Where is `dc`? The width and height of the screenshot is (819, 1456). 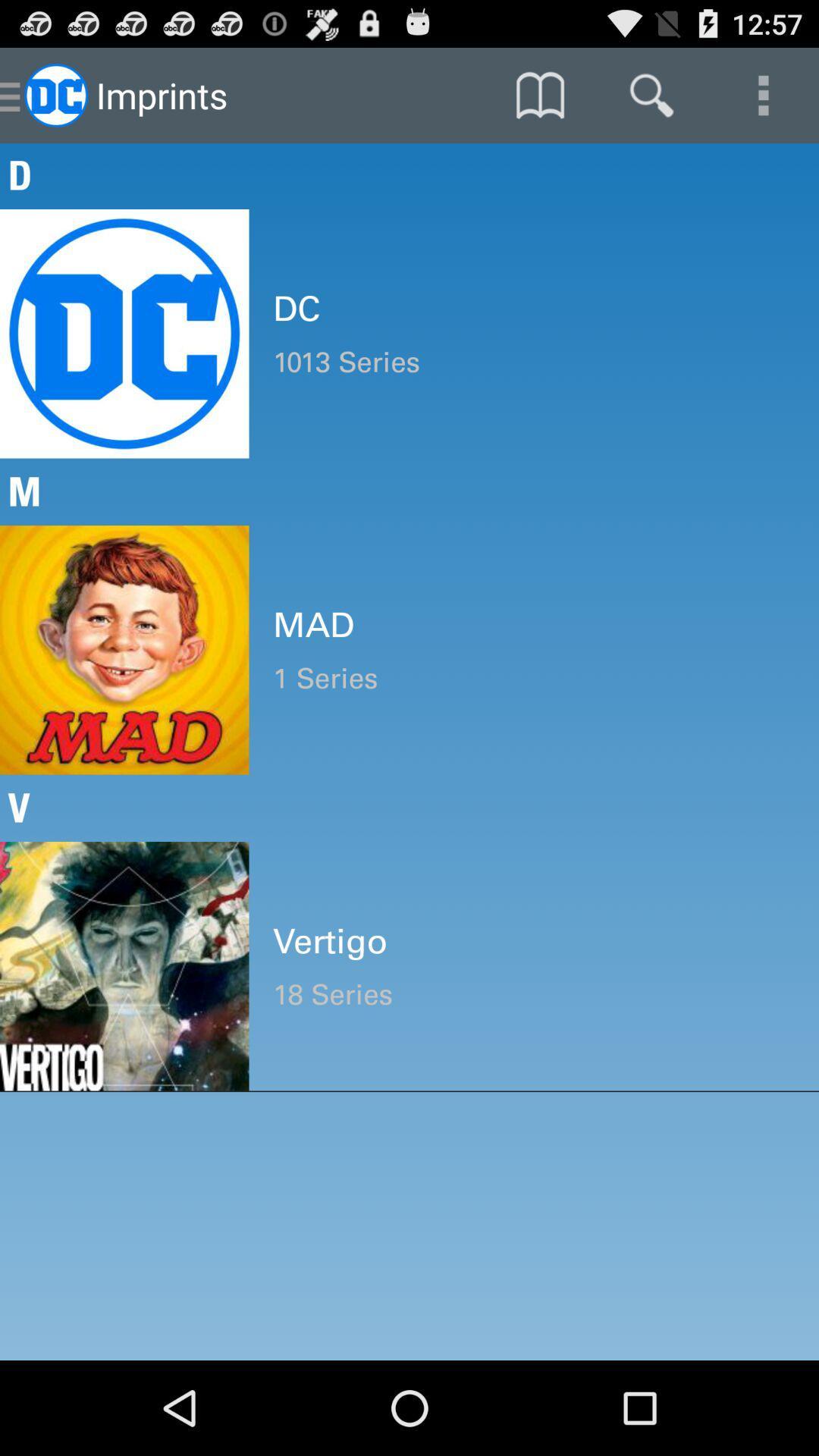
dc is located at coordinates (533, 308).